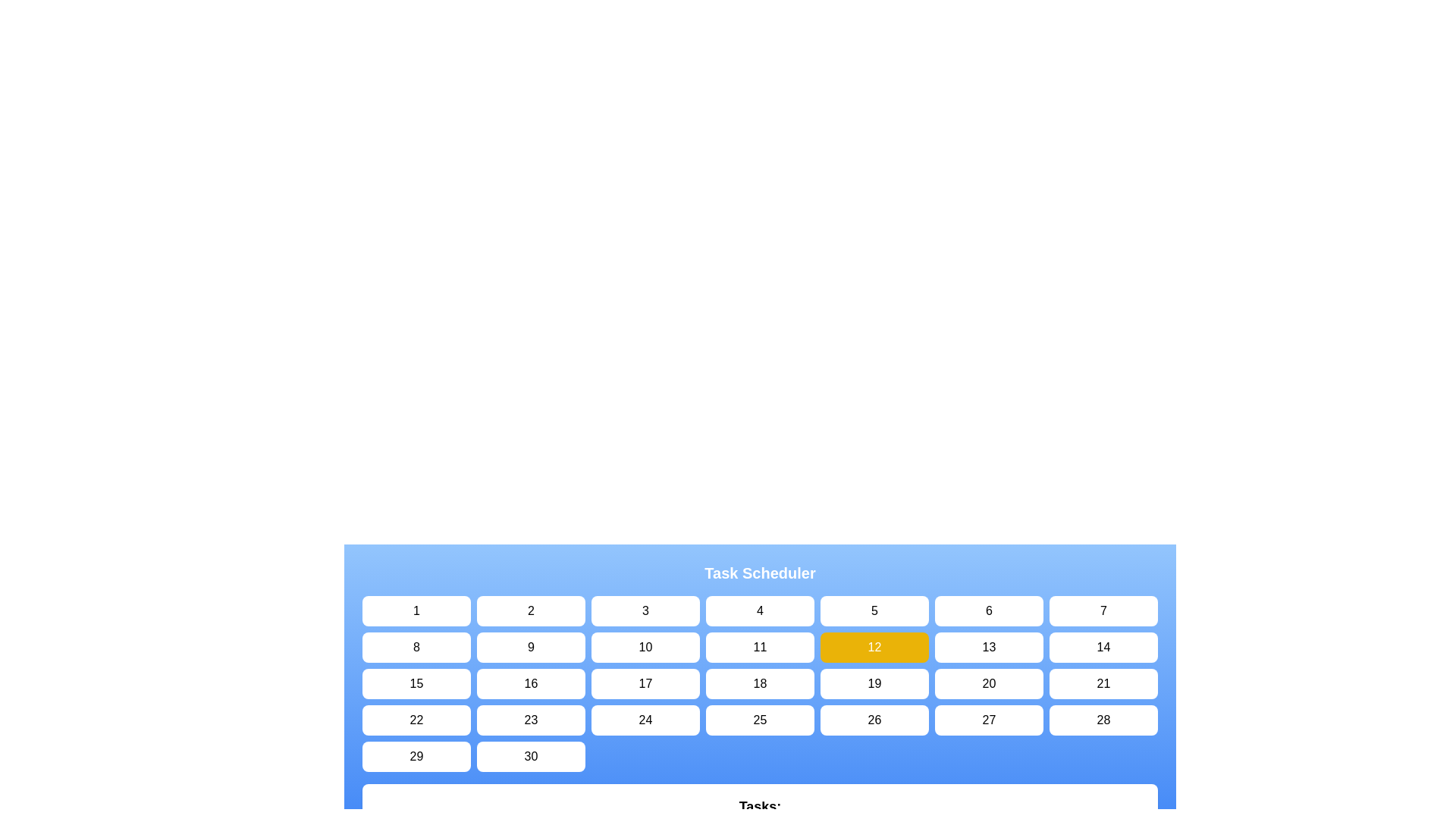  Describe the element at coordinates (1103, 719) in the screenshot. I see `the button that interacts with the value '28', located` at that location.